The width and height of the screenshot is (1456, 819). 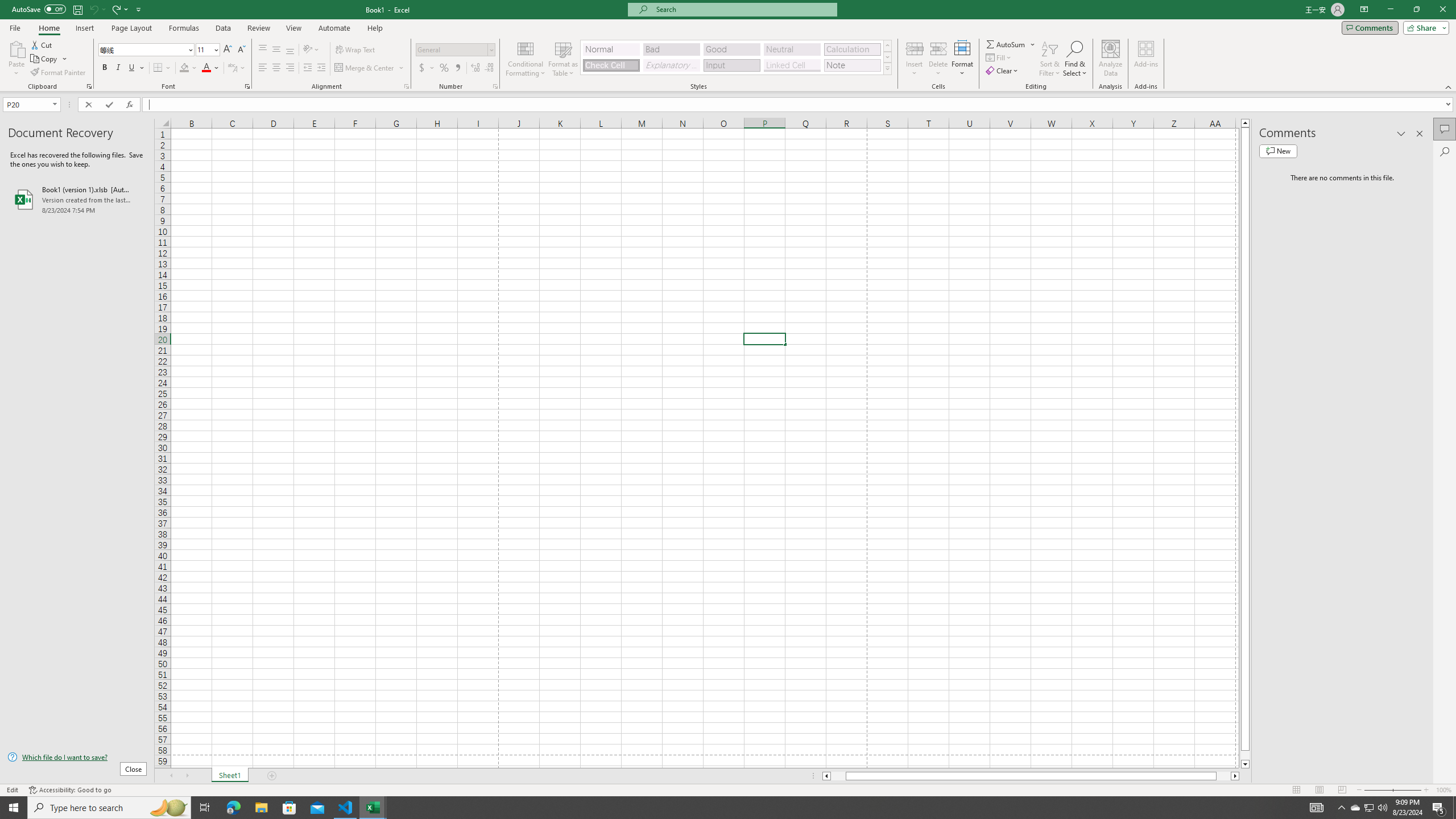 What do you see at coordinates (292, 28) in the screenshot?
I see `'View'` at bounding box center [292, 28].